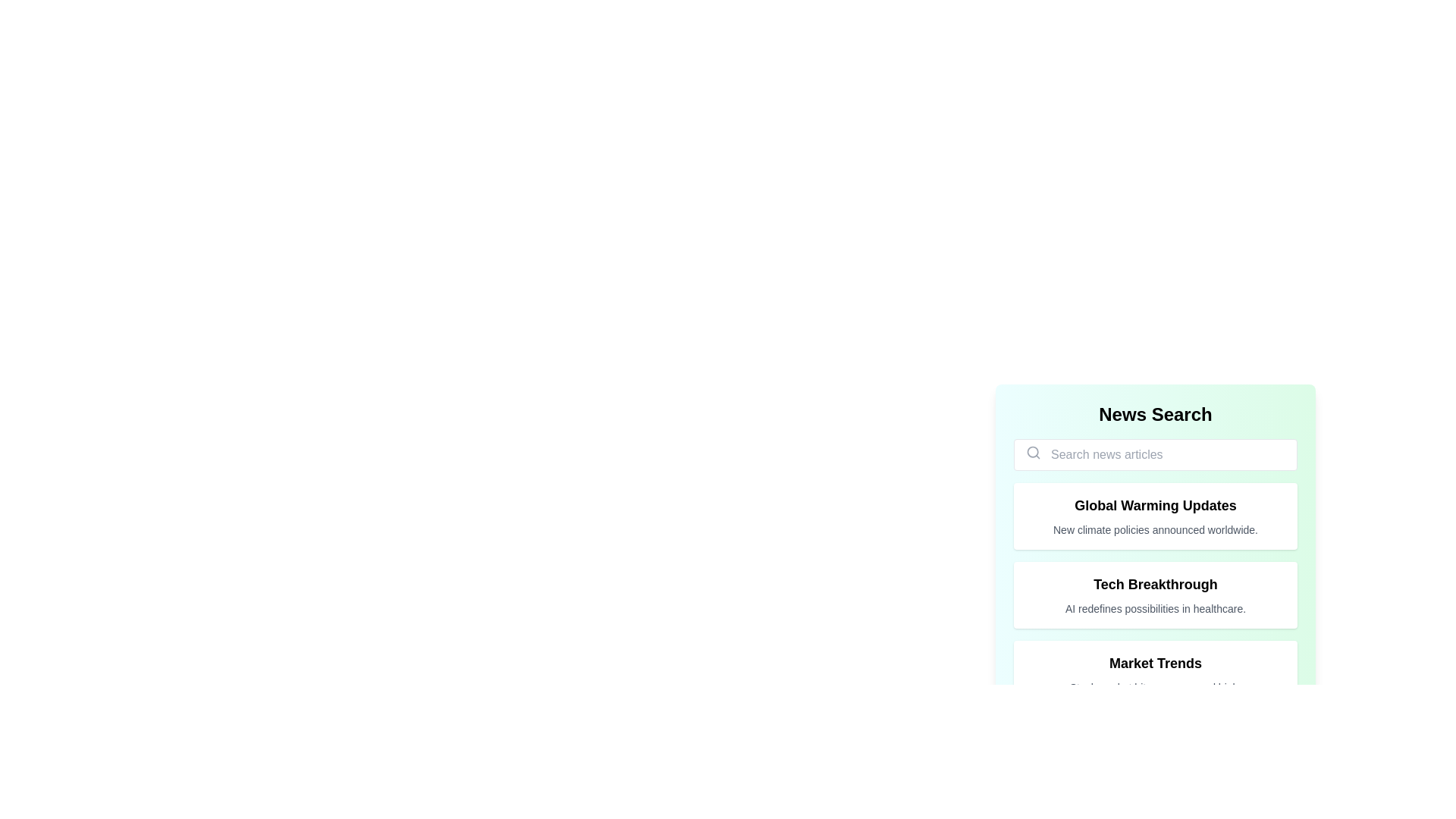 This screenshot has width=1456, height=819. Describe the element at coordinates (1154, 529) in the screenshot. I see `the Text label that provides a subtitle or supporting description under the header 'Global Warming Updates' in the second section of the interface` at that location.